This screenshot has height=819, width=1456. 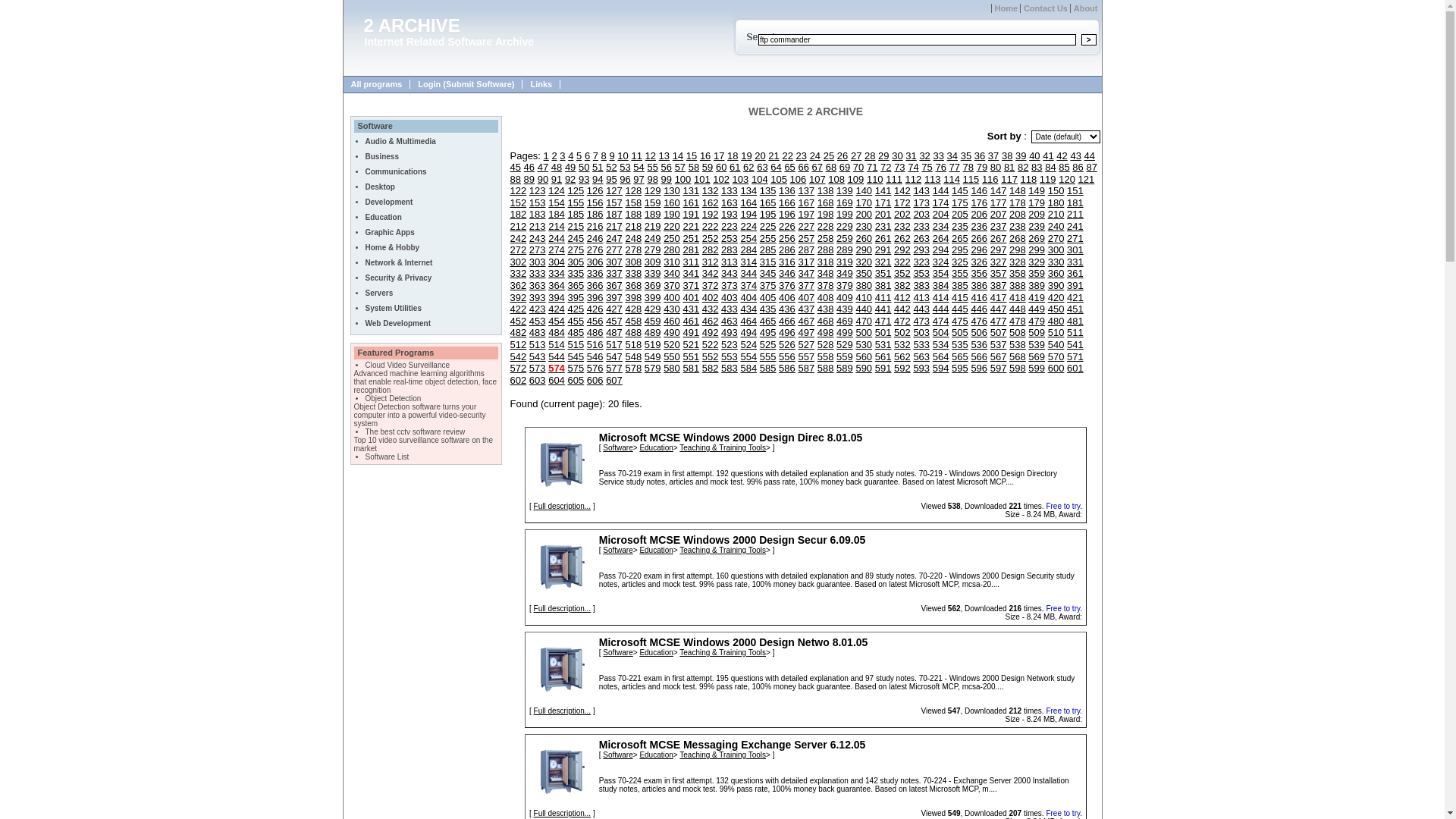 What do you see at coordinates (534, 506) in the screenshot?
I see `'Full description...'` at bounding box center [534, 506].